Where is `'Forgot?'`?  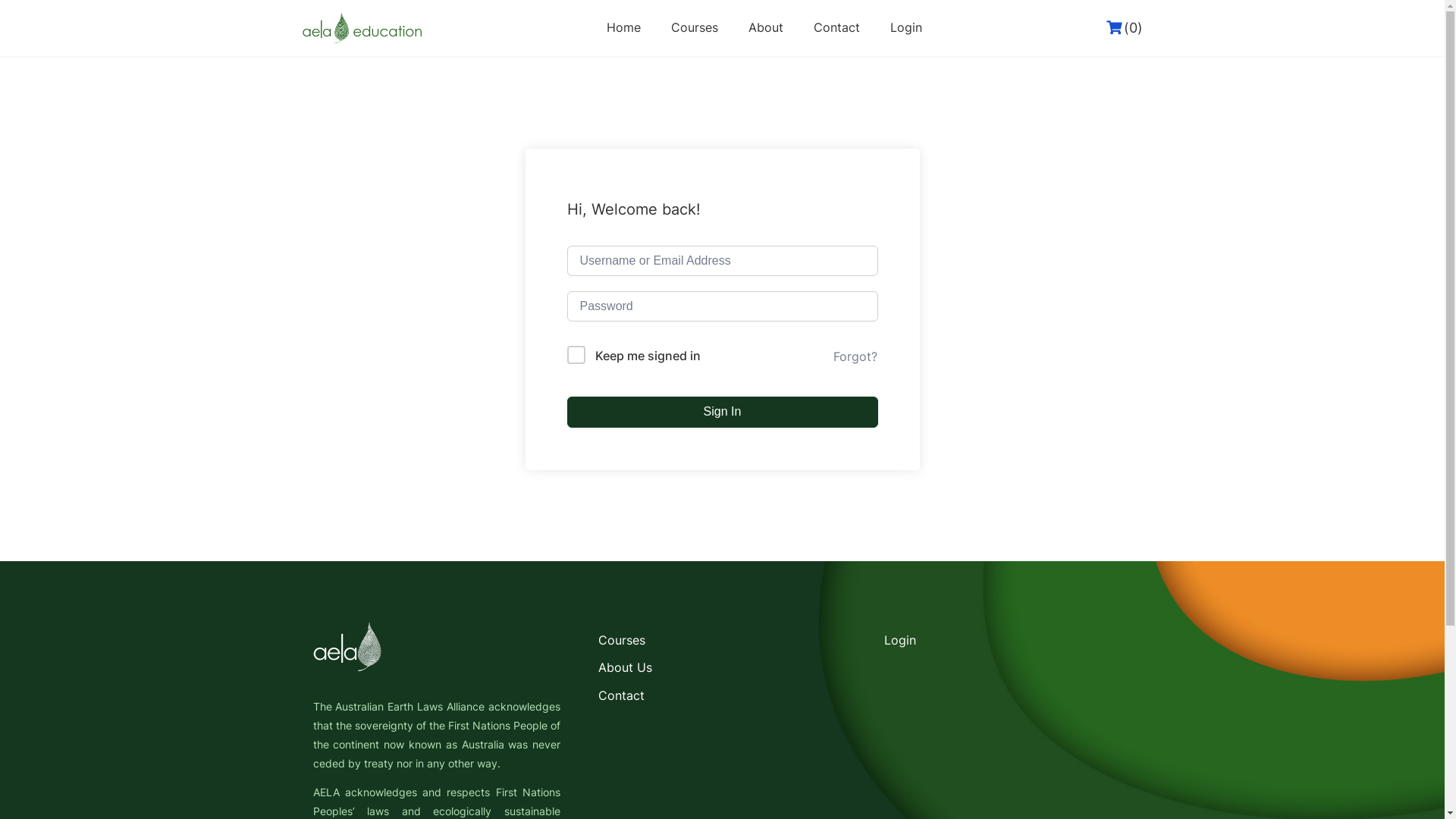
'Forgot?' is located at coordinates (832, 356).